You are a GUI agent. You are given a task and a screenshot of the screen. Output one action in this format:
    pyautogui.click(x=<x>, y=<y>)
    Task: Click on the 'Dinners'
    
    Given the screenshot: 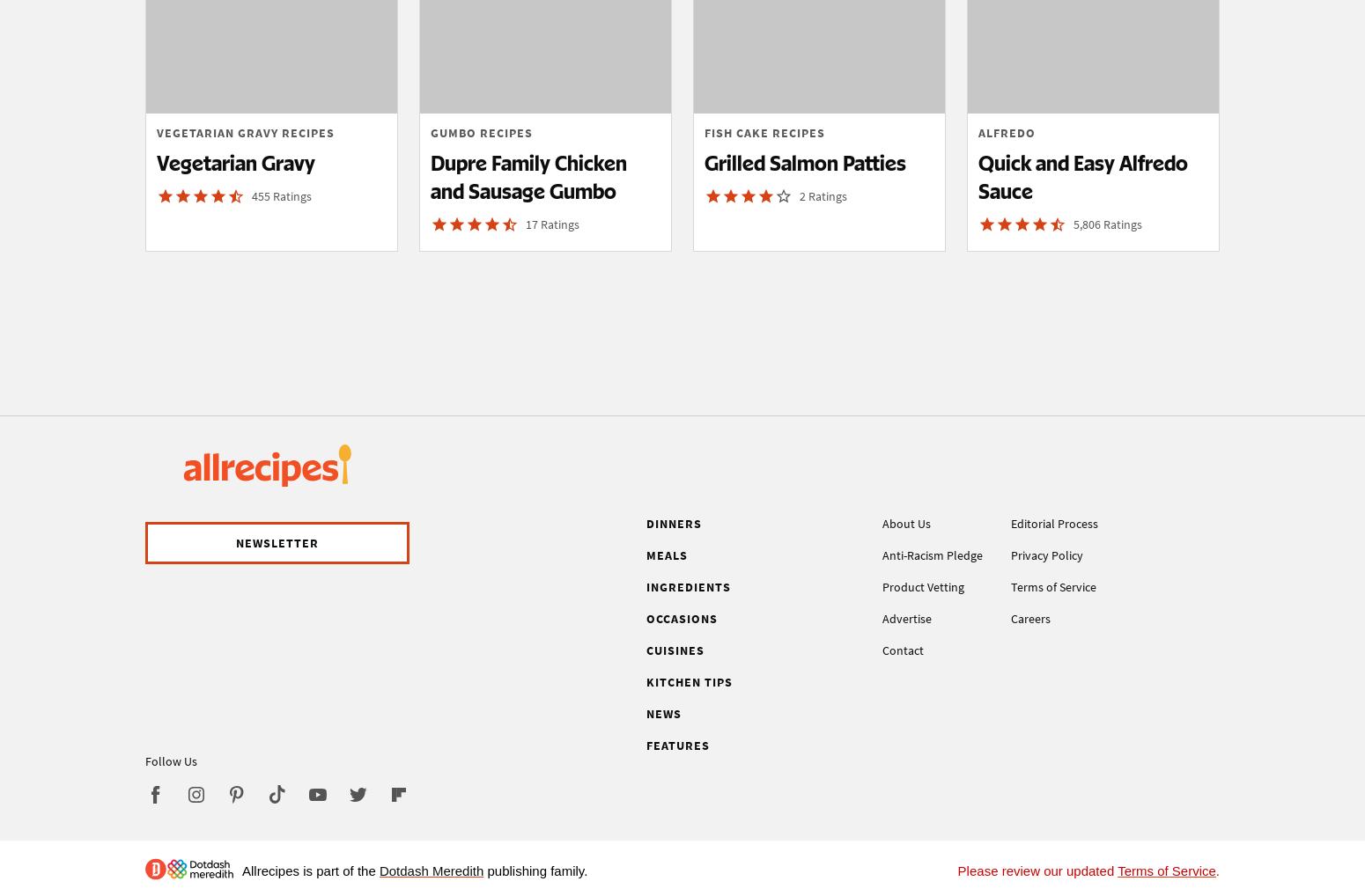 What is the action you would take?
    pyautogui.click(x=673, y=524)
    